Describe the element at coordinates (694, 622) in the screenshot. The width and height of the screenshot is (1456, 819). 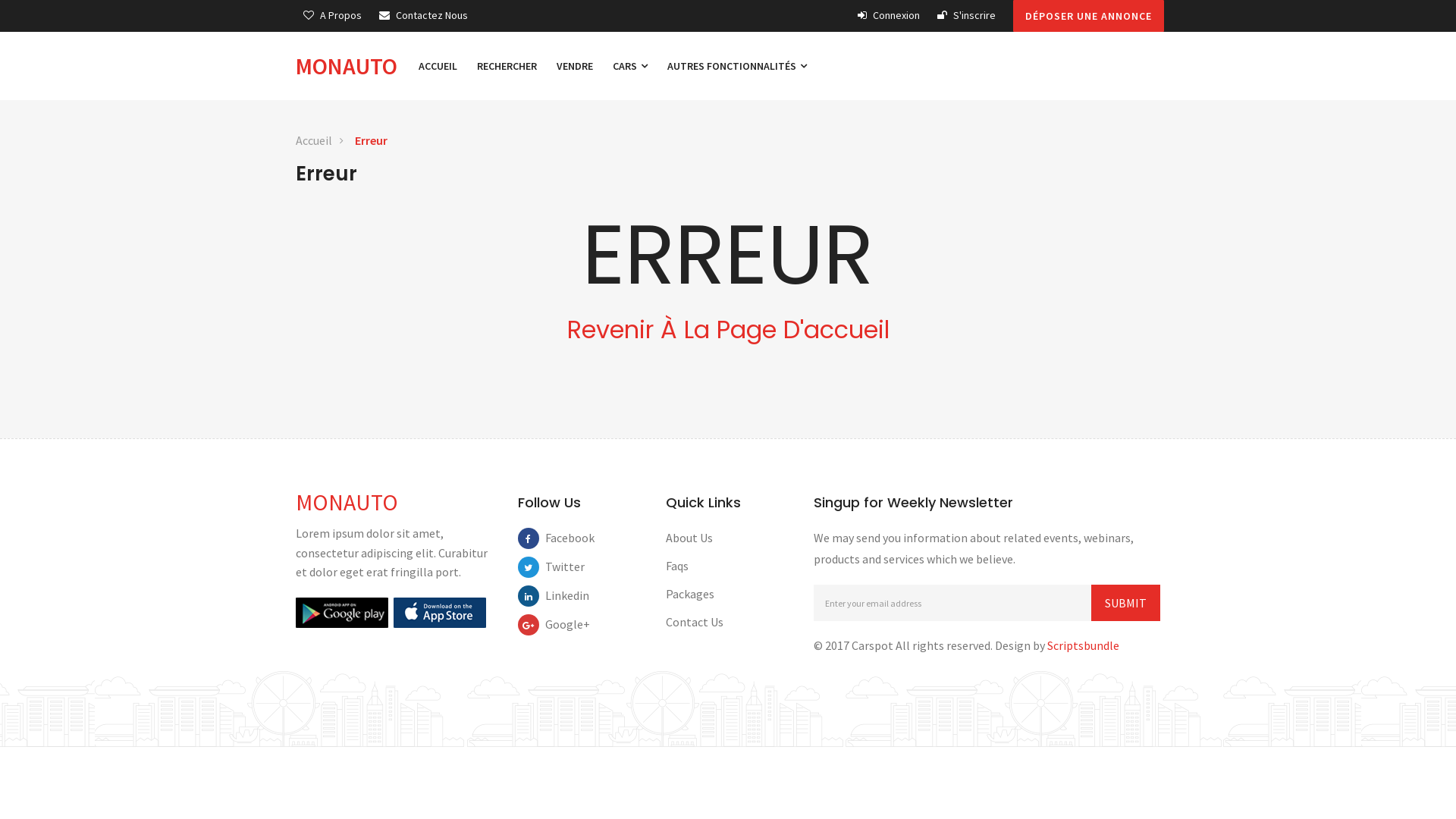
I see `'Contact Us'` at that location.